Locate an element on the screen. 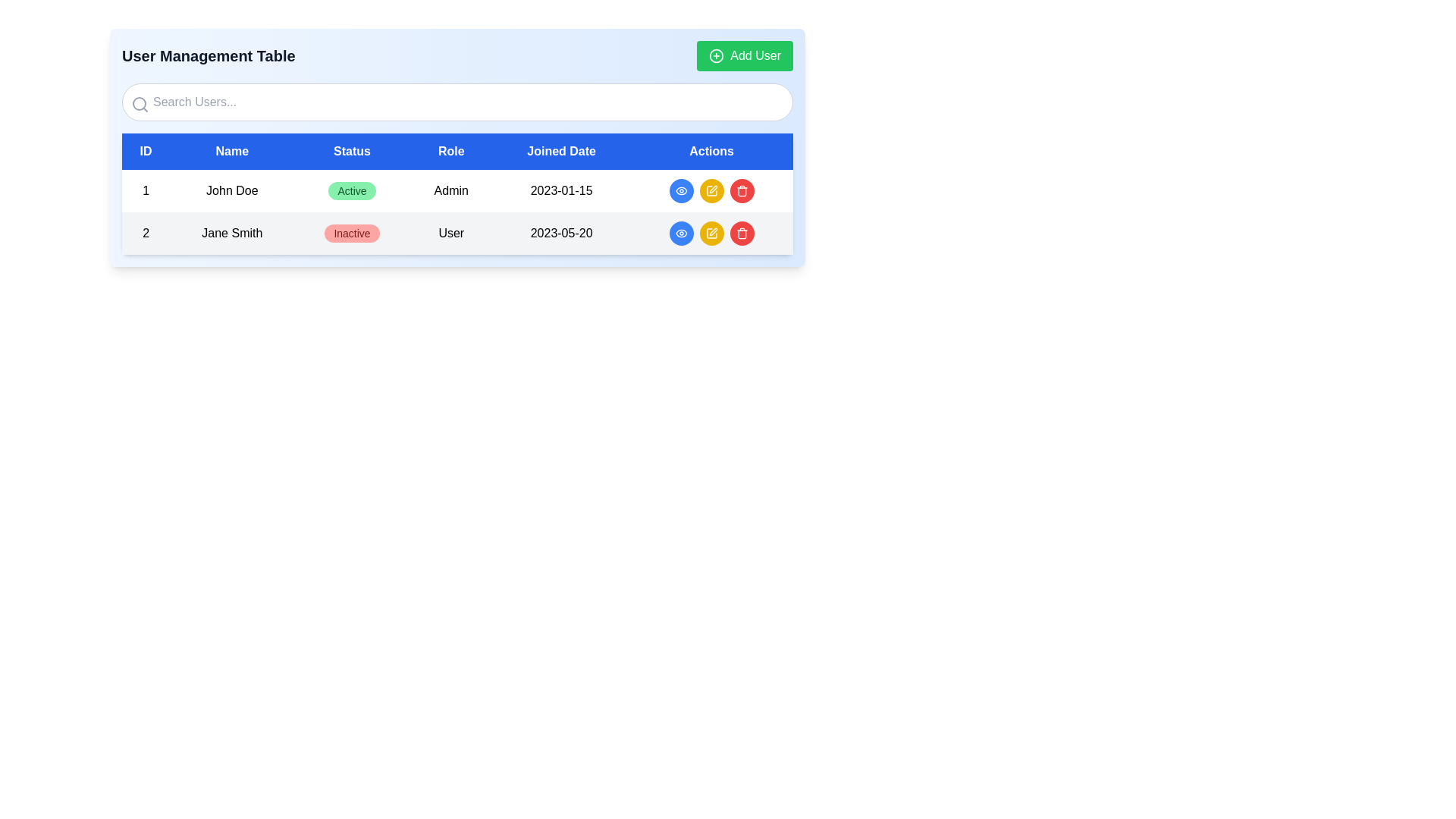 The image size is (1456, 819). the preview button in the 'Actions' column for user 'Jane Smith' is located at coordinates (680, 234).